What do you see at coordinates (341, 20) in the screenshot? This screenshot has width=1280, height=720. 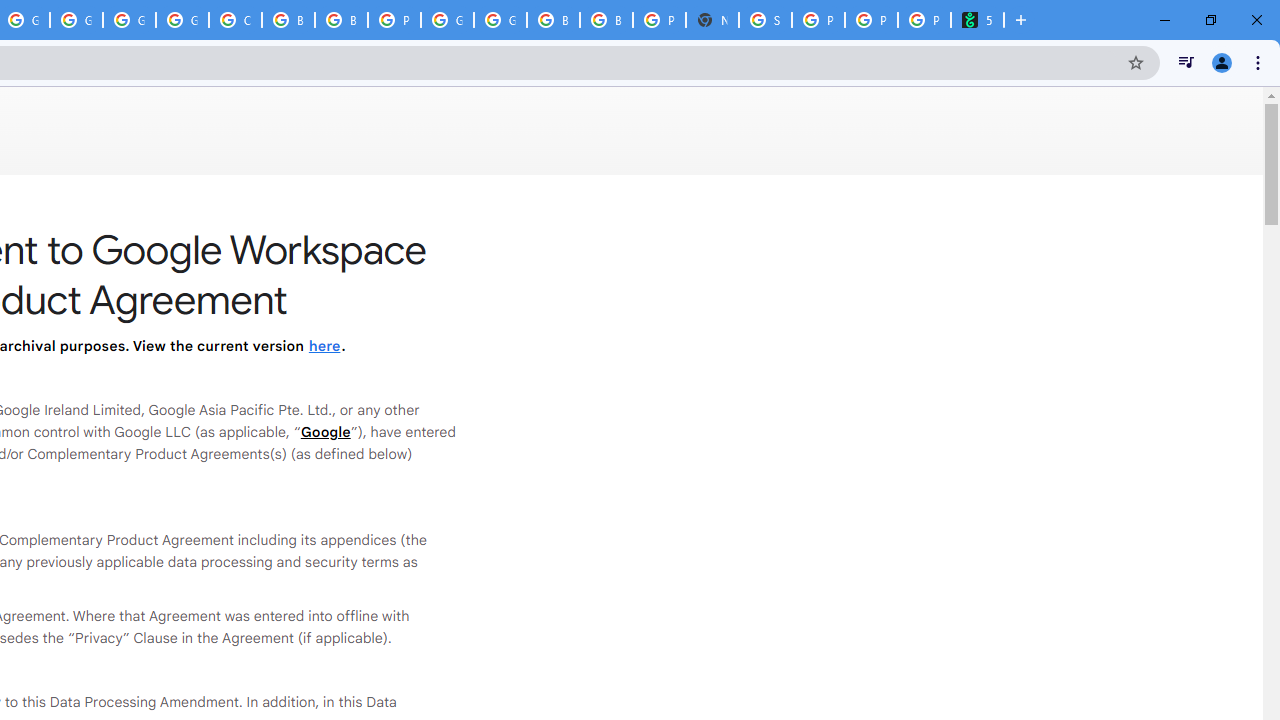 I see `'Browse Chrome as a guest - Computer - Google Chrome Help'` at bounding box center [341, 20].